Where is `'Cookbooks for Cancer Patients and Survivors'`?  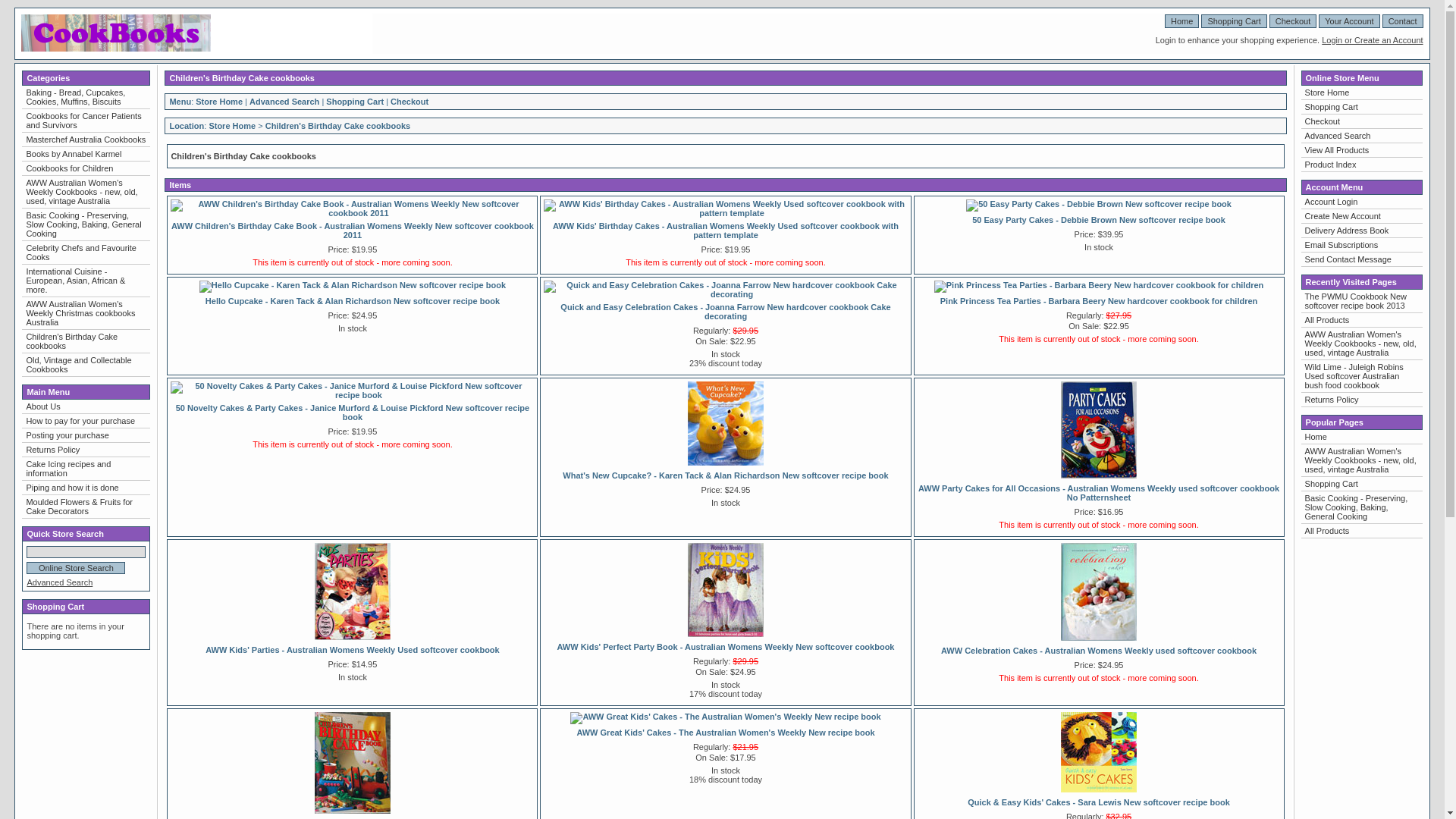 'Cookbooks for Cancer Patients and Survivors' is located at coordinates (21, 119).